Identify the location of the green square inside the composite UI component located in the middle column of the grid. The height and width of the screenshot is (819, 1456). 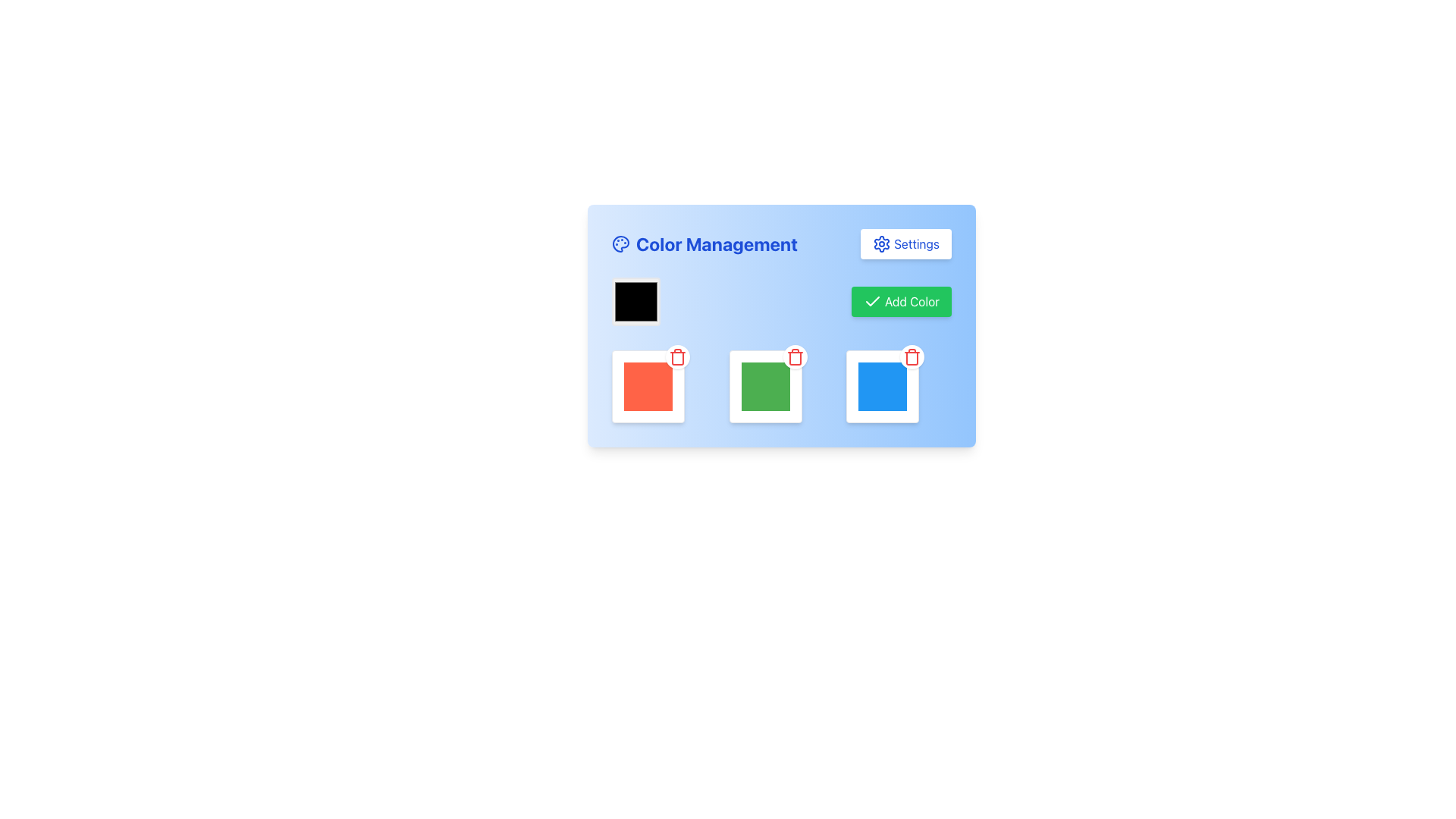
(765, 385).